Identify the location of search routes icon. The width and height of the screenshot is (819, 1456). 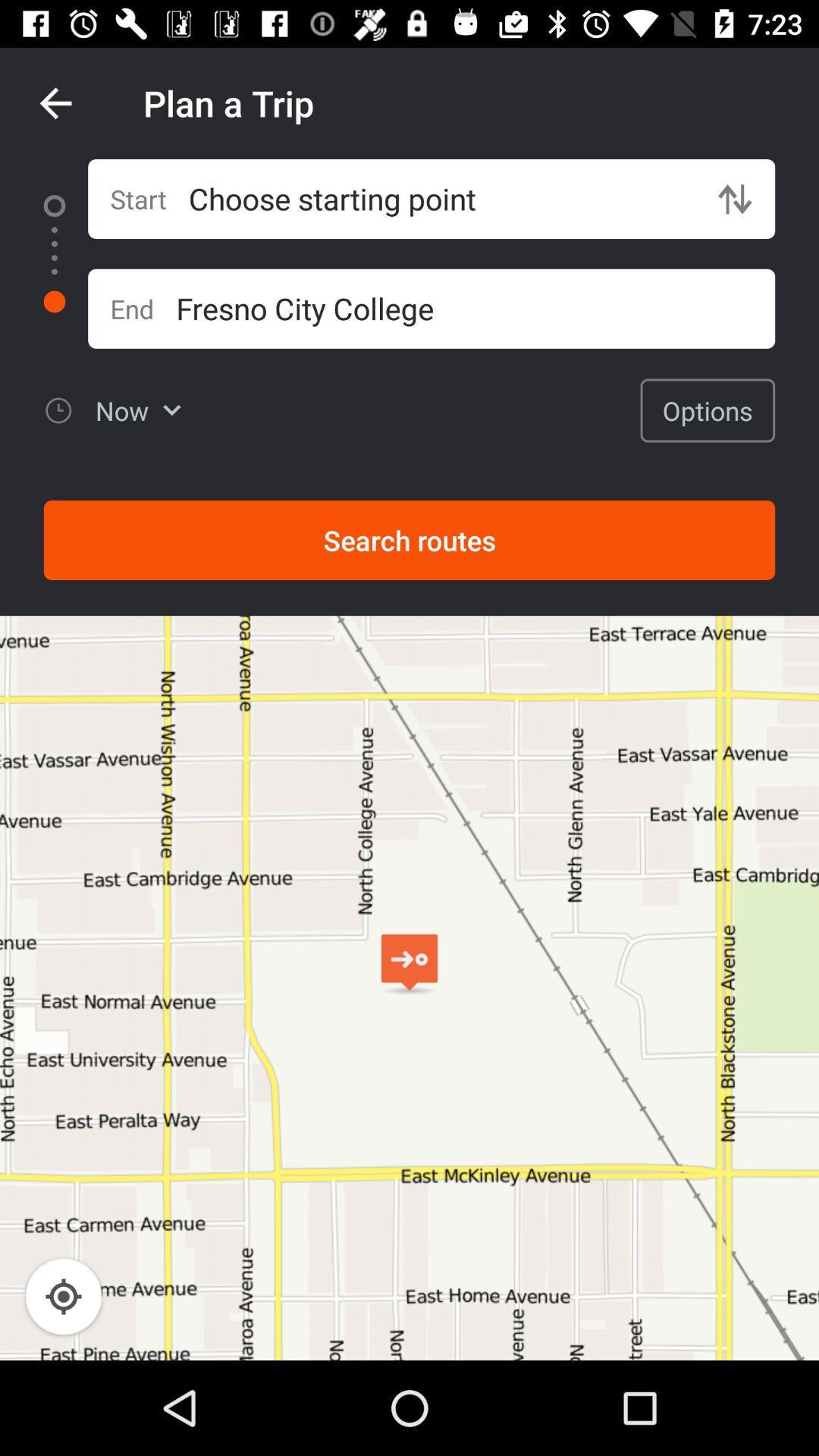
(409, 540).